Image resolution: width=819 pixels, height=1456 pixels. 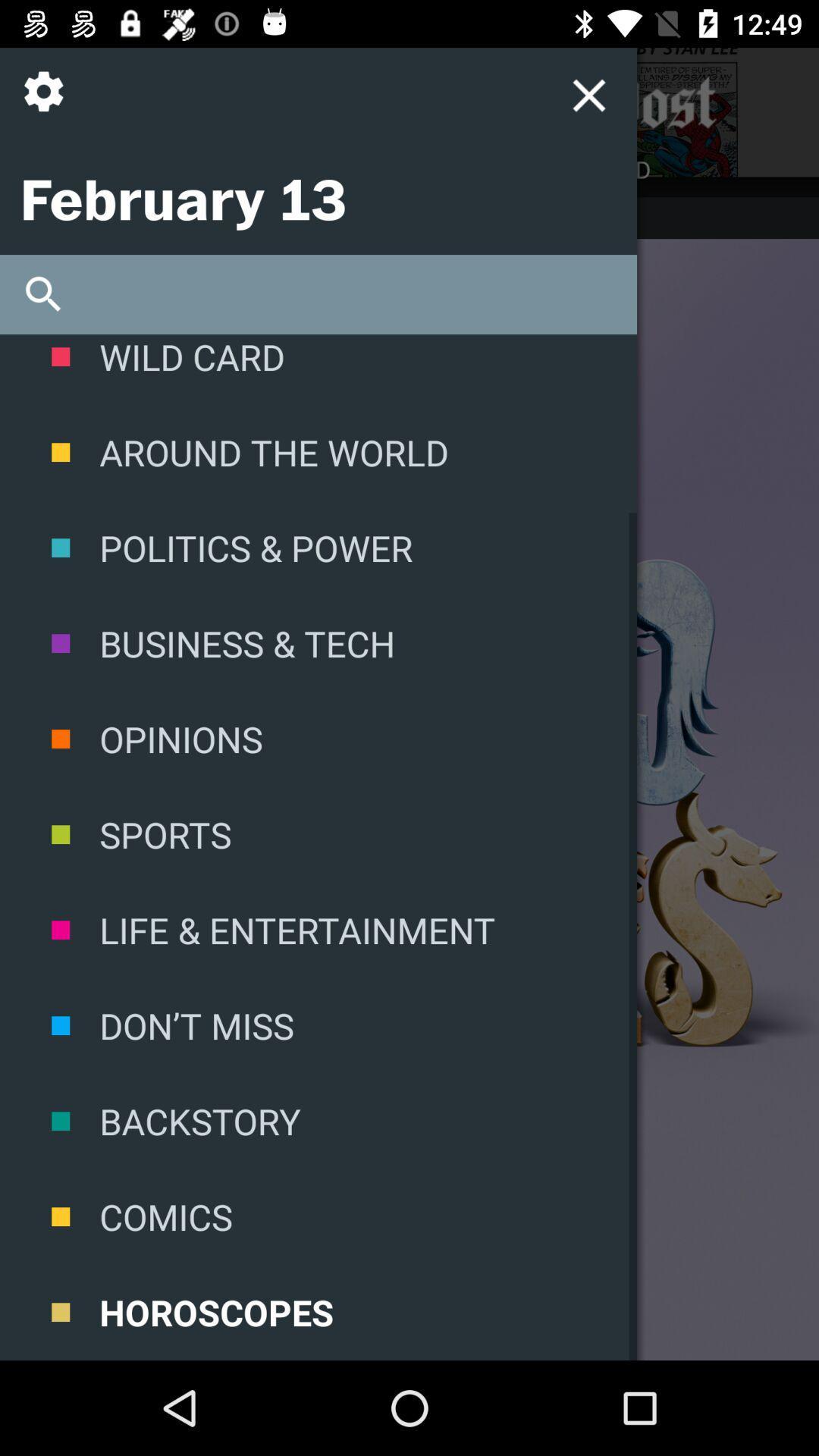 I want to click on the icon below the opinions app, so click(x=318, y=833).